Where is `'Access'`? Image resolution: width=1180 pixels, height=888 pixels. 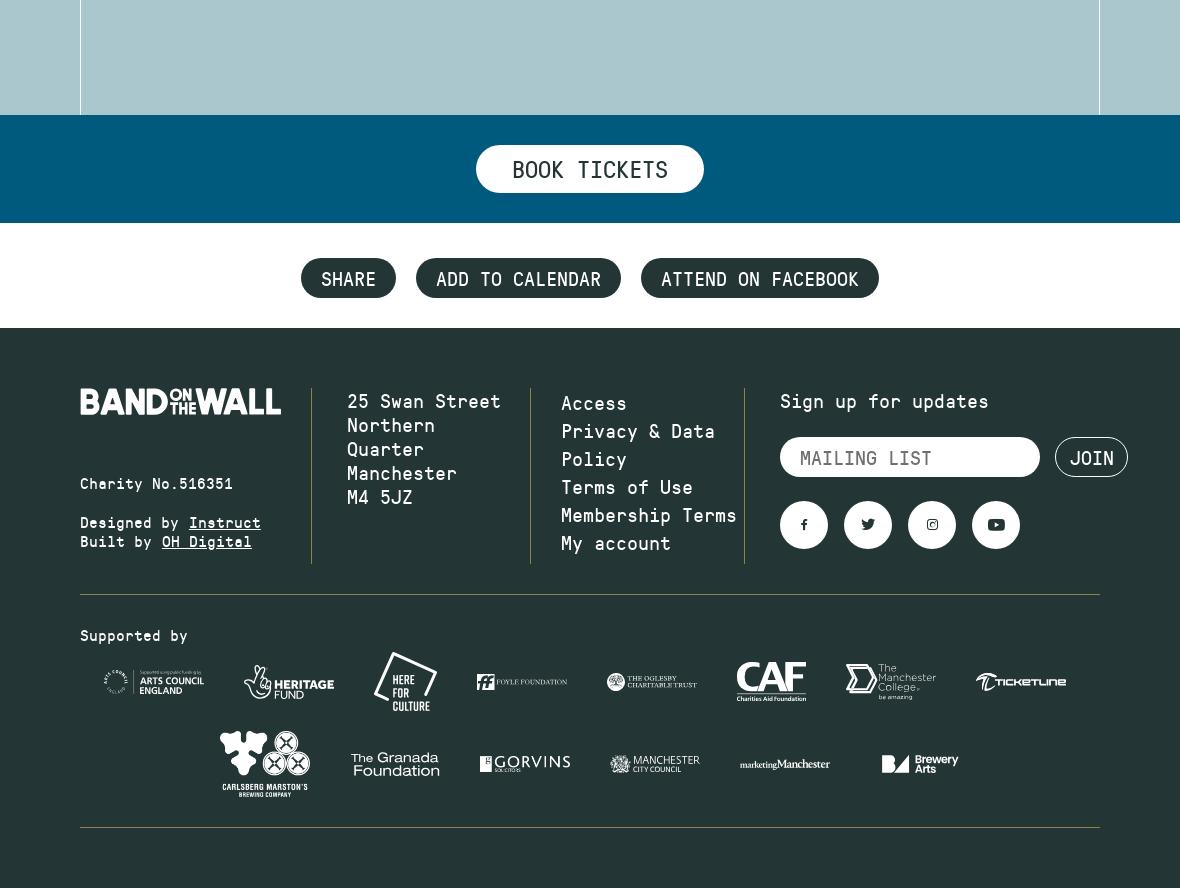
'Access' is located at coordinates (593, 400).